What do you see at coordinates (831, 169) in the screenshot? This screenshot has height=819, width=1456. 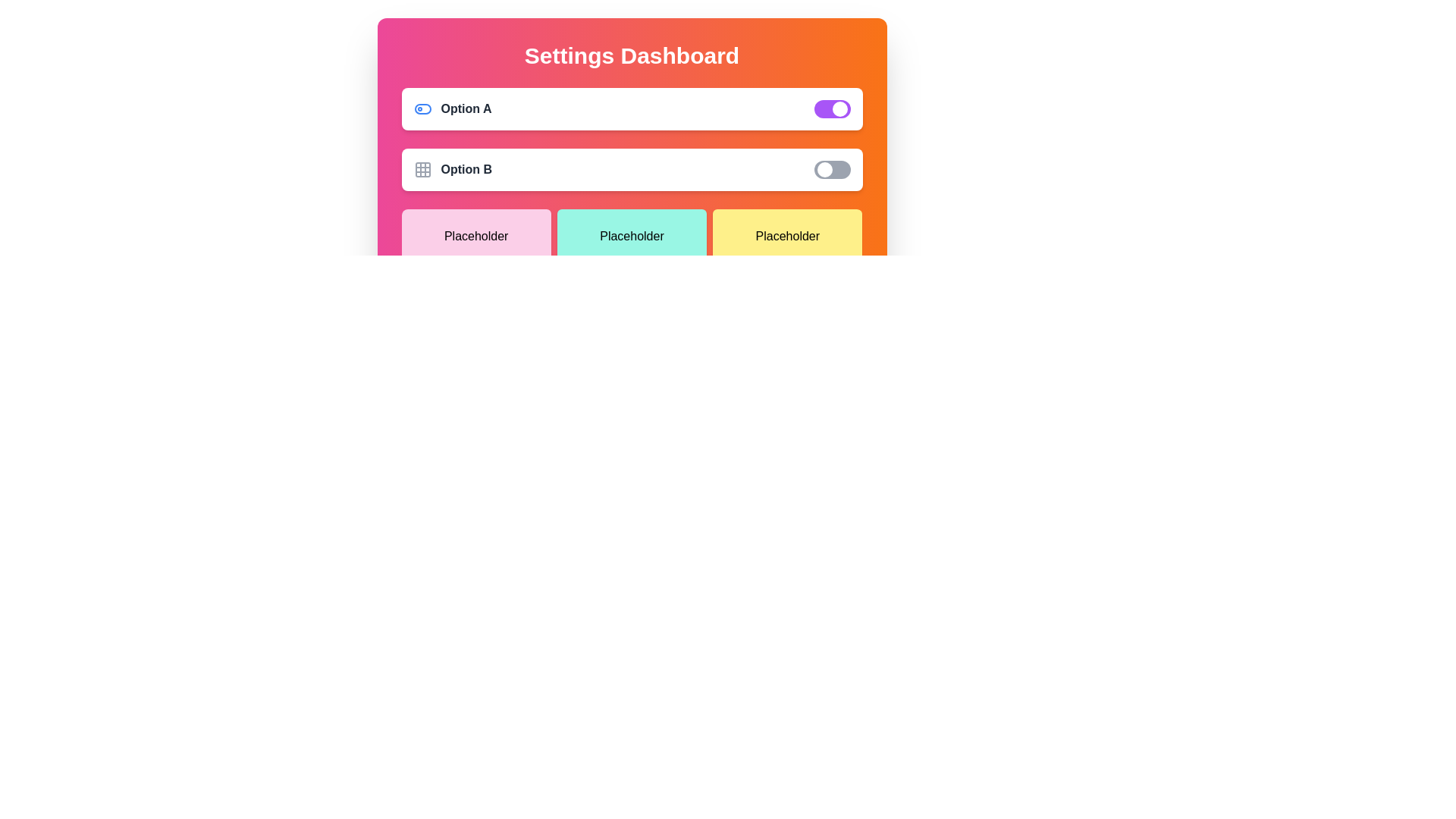 I see `the toggle switch located in the 'Option B' section to switch its state` at bounding box center [831, 169].